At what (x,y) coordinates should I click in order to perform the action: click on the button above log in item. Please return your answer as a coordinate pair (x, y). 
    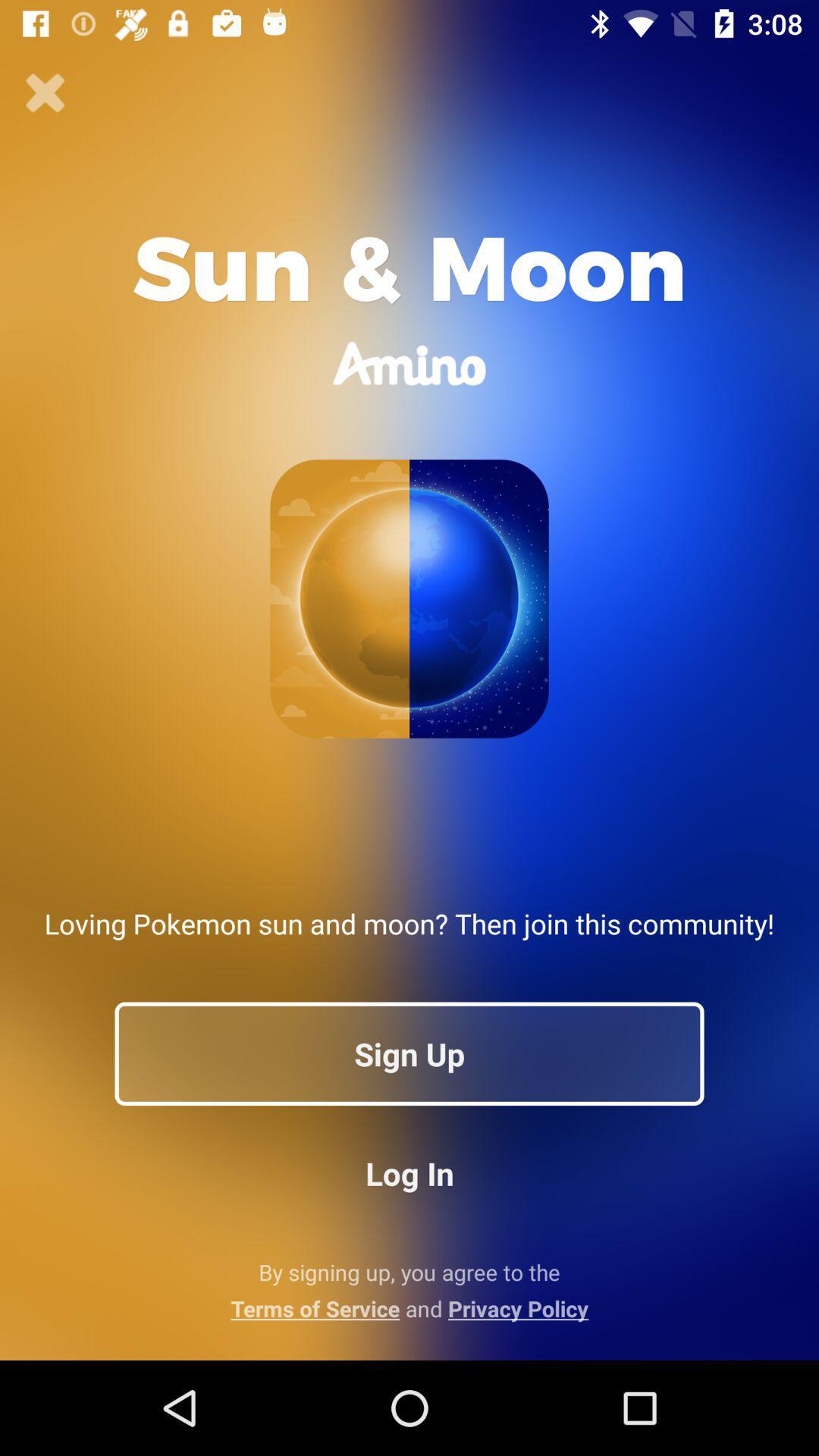
    Looking at the image, I should click on (409, 1053).